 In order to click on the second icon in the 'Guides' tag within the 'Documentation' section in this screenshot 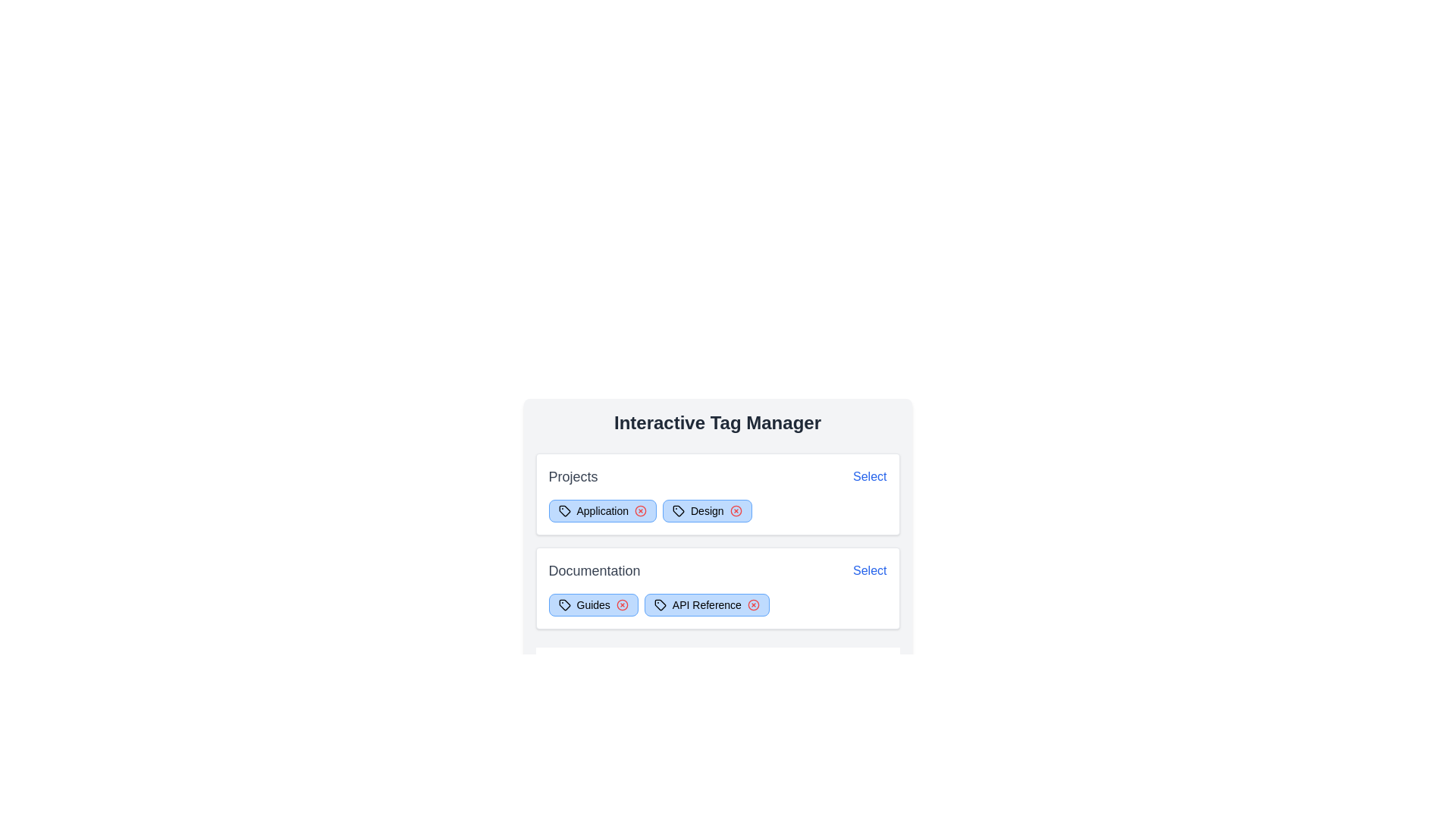, I will do `click(622, 604)`.